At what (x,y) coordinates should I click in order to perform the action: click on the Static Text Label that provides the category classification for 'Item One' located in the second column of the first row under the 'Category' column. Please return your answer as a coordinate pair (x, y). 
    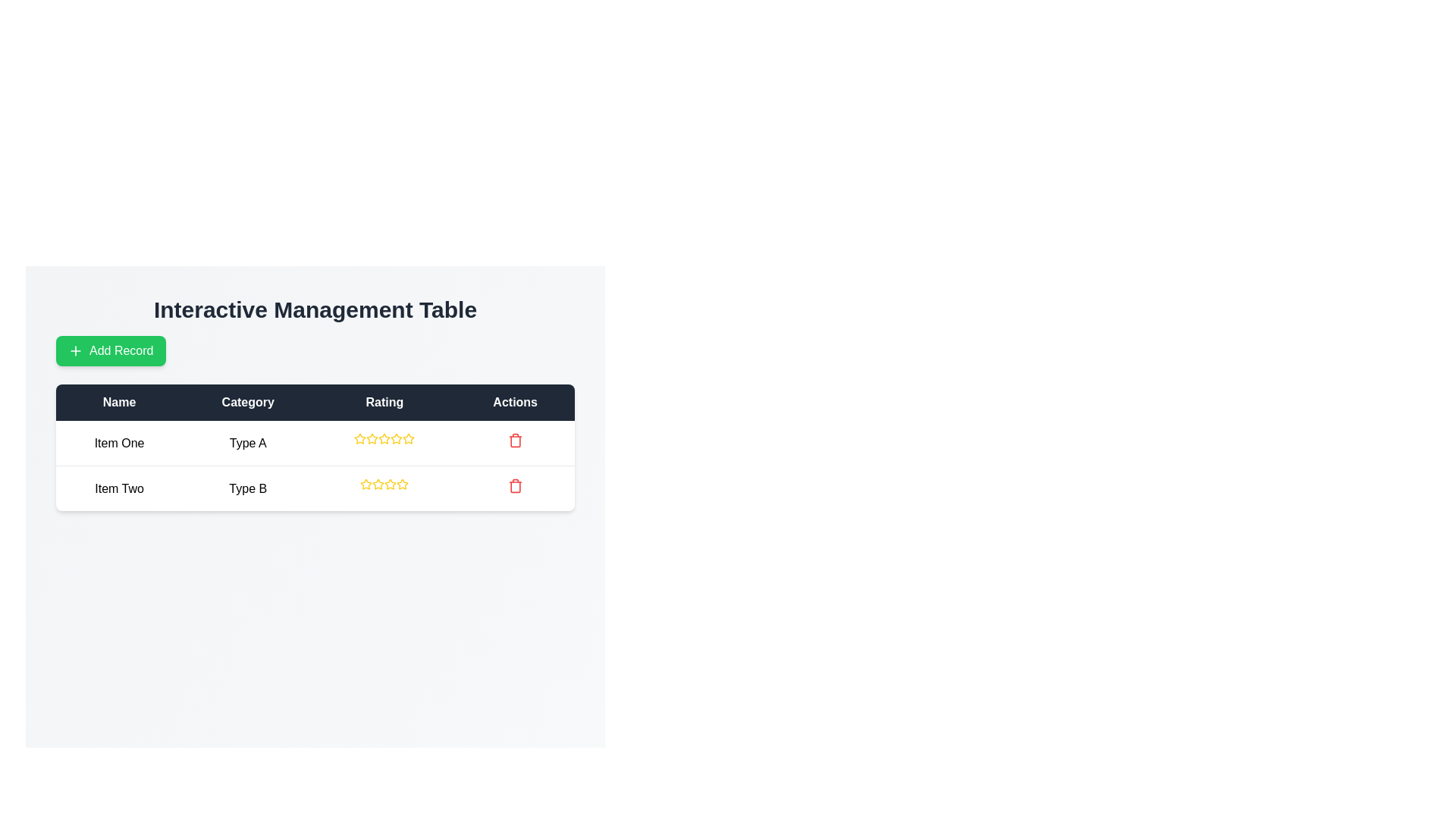
    Looking at the image, I should click on (248, 443).